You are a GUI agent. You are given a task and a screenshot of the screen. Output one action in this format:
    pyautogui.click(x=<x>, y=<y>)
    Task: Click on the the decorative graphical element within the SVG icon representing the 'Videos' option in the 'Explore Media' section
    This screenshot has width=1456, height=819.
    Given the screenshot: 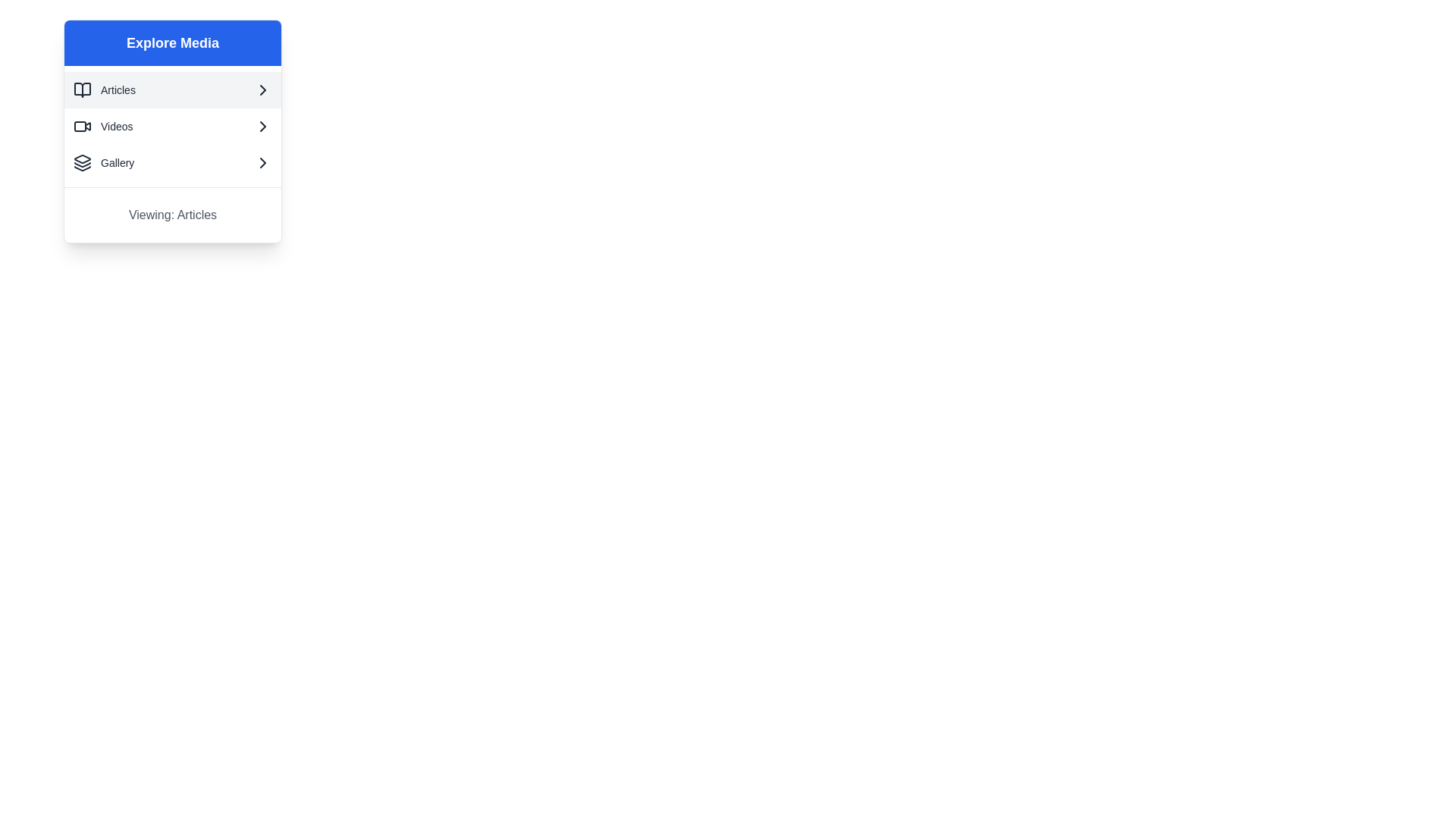 What is the action you would take?
    pyautogui.click(x=79, y=125)
    